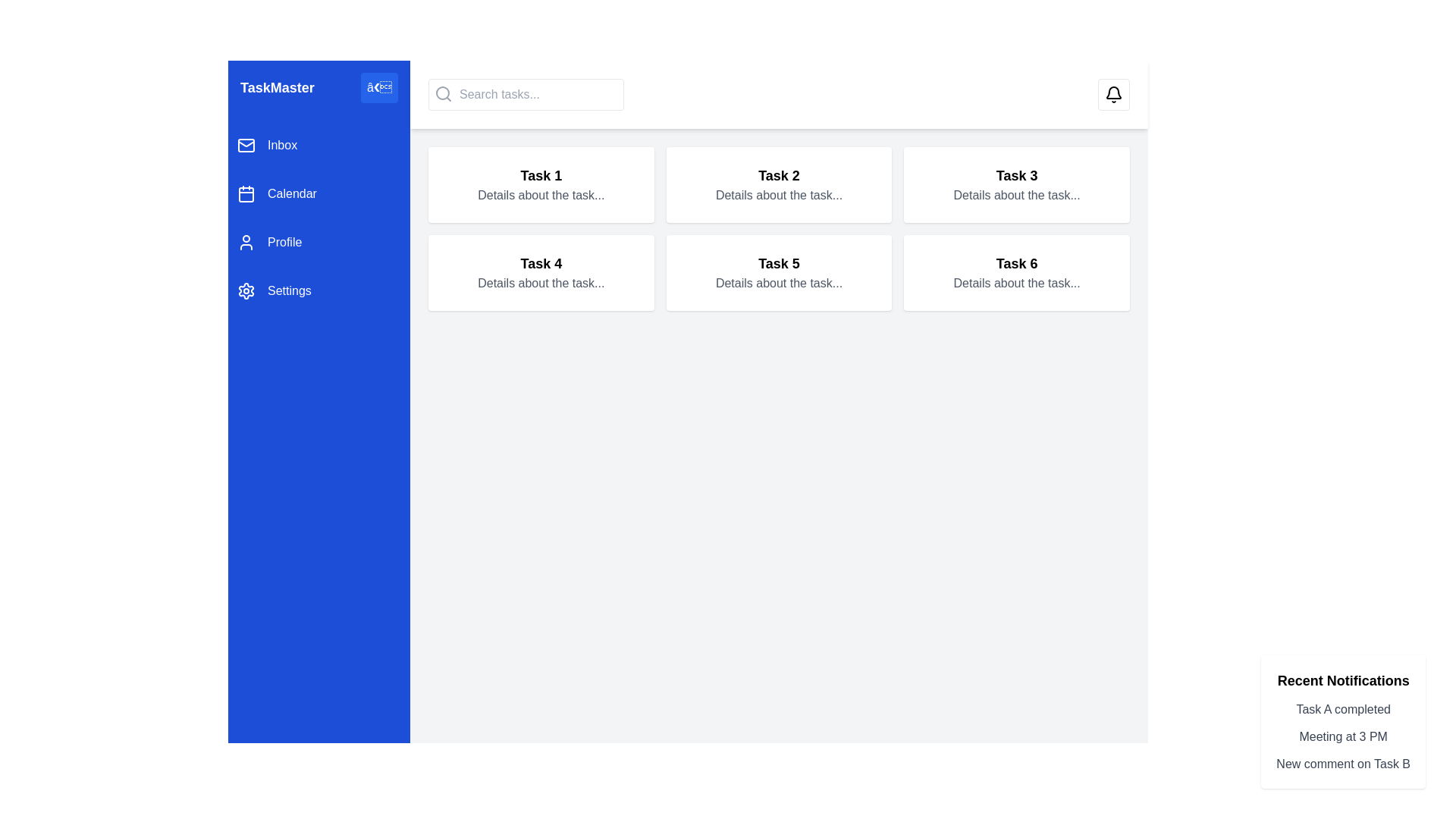 The height and width of the screenshot is (819, 1456). Describe the element at coordinates (779, 184) in the screenshot. I see `the second card in the grid layout that has a white background, rounded corners, and contains the title 'Task 2'` at that location.